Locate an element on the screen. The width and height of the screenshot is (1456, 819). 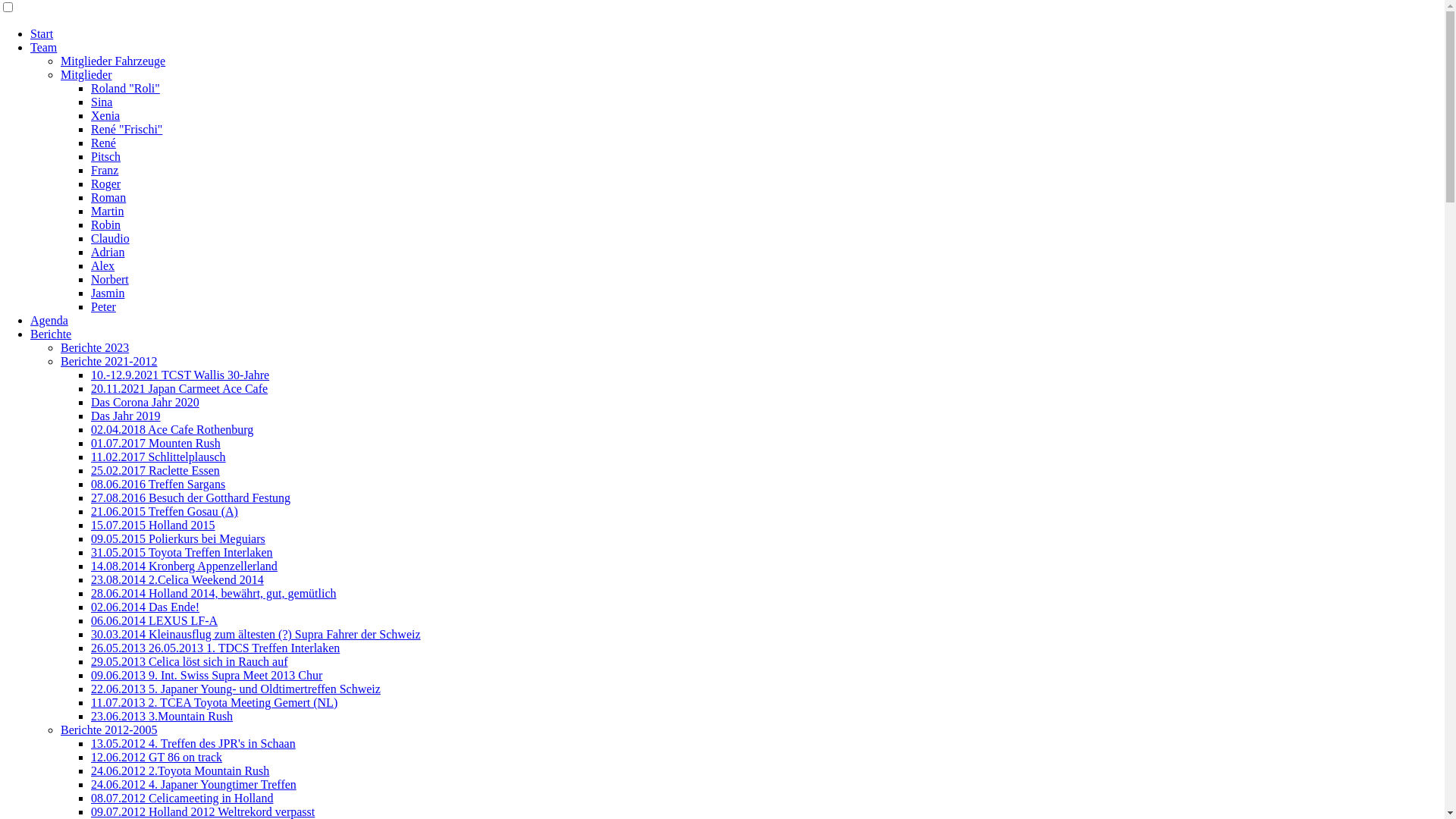
'Norbert' is located at coordinates (108, 279).